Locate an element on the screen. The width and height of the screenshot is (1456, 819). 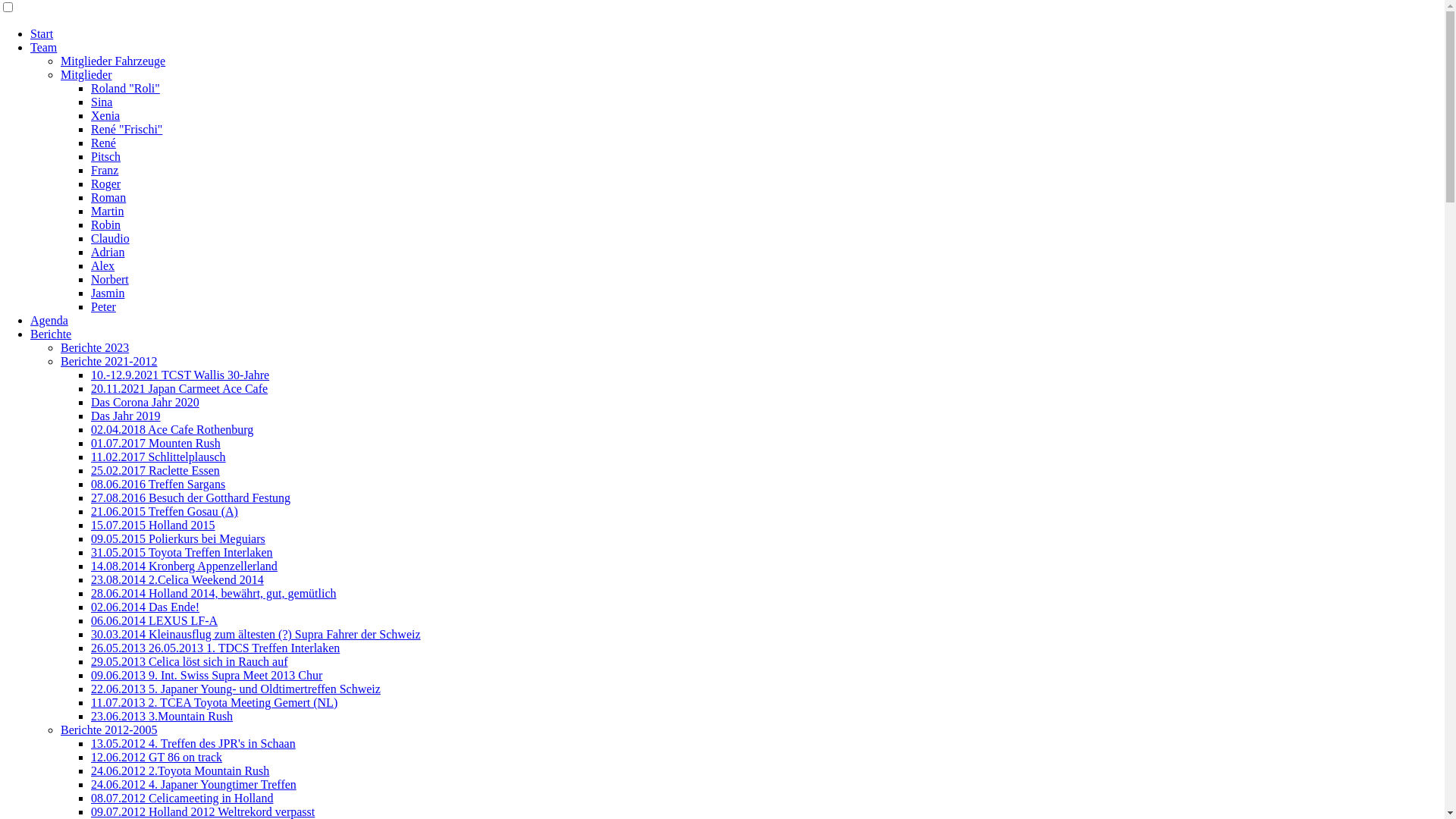
'Norbert' is located at coordinates (108, 279).